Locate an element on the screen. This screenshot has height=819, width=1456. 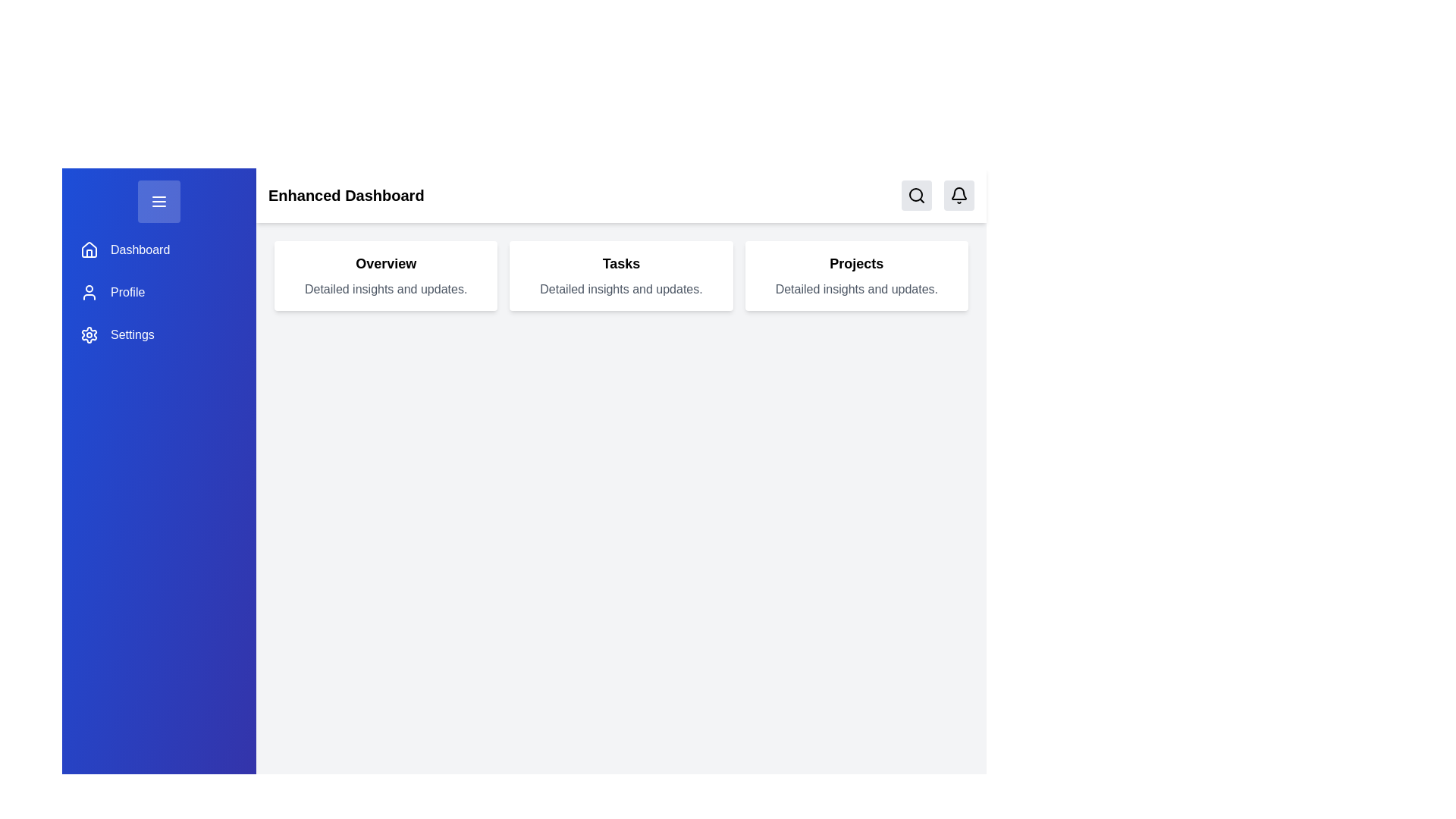
the text label displaying 'Detailed insights and updates.' which is located below the heading 'Tasks' in the middle card of the 'Overview', 'Tasks', and 'Projects' layout is located at coordinates (621, 289).